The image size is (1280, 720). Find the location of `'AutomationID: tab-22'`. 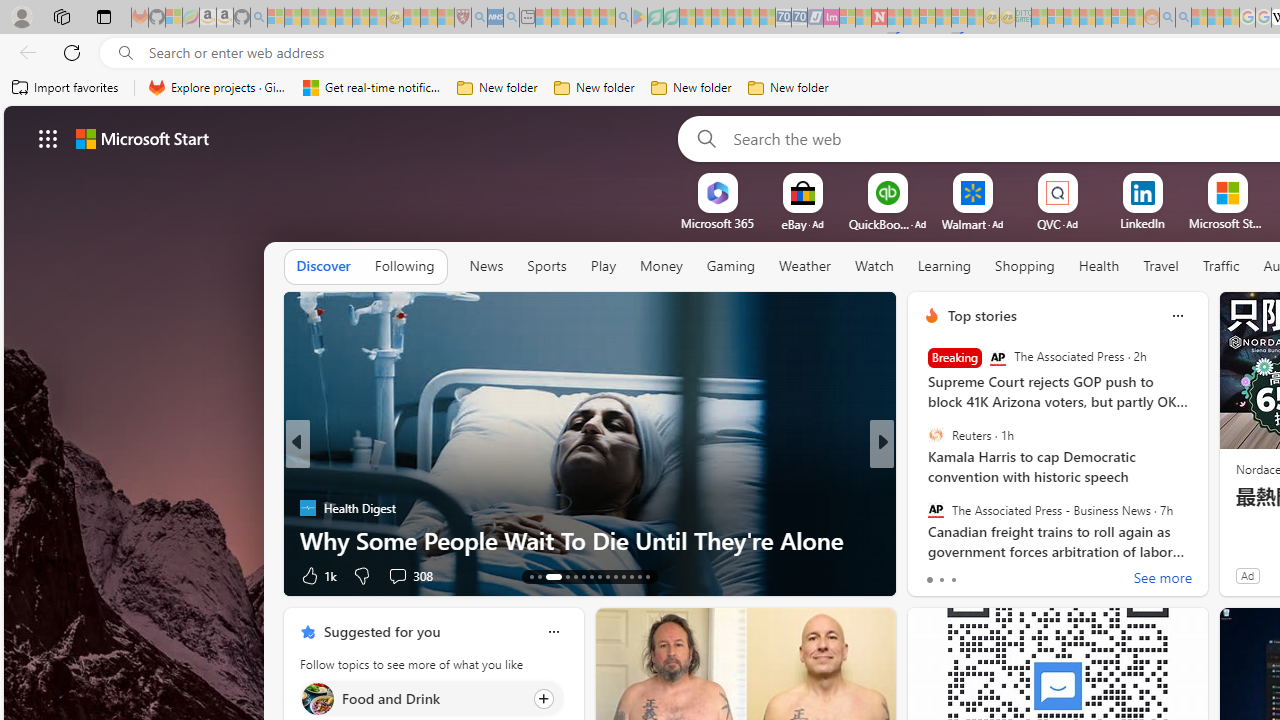

'AutomationID: tab-22' is located at coordinates (614, 577).